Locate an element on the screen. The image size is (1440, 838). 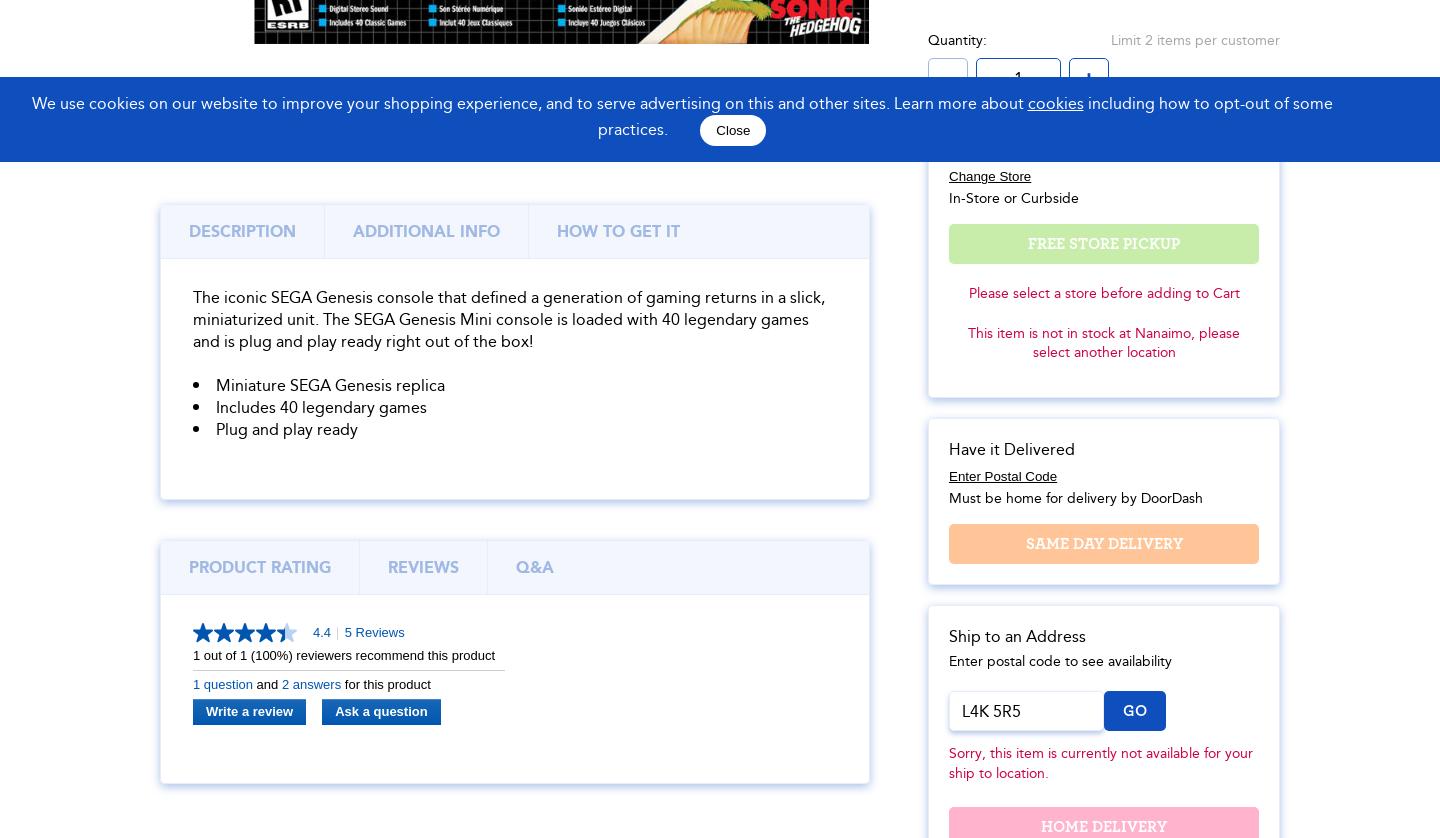
'Description' is located at coordinates (241, 229).